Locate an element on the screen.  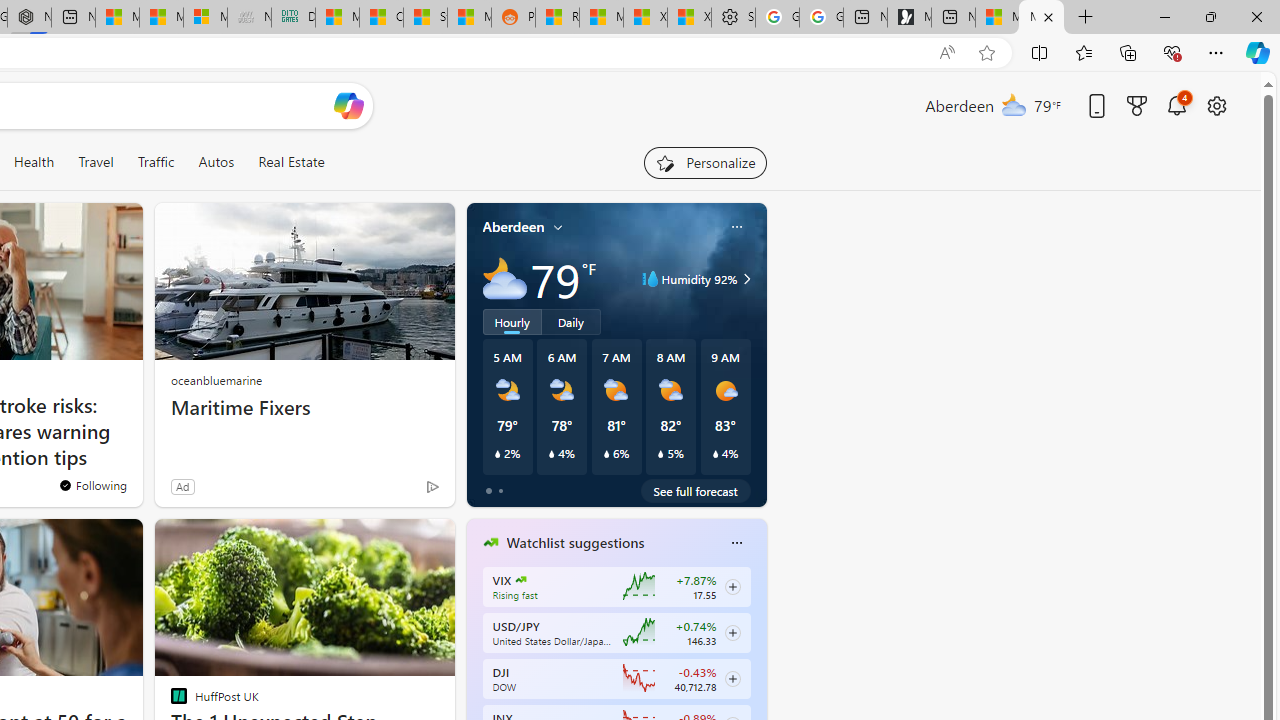
'R******* | Trusted Community Engagement and Contributions' is located at coordinates (557, 17).